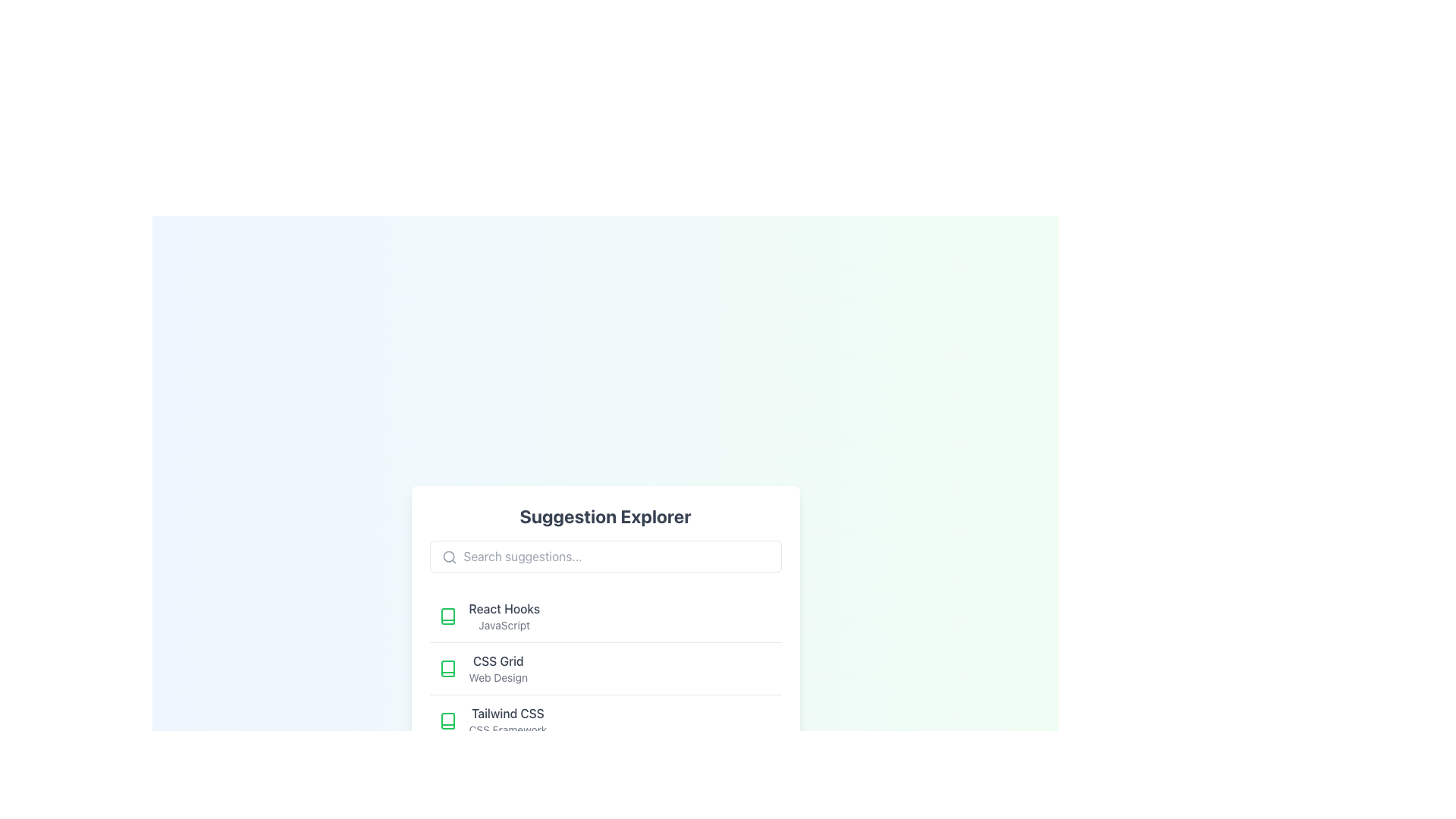 The image size is (1456, 819). Describe the element at coordinates (447, 617) in the screenshot. I see `the green book icon element located to the left of the 'React Hooks' text in the 'Suggestion Explorer' section` at that location.